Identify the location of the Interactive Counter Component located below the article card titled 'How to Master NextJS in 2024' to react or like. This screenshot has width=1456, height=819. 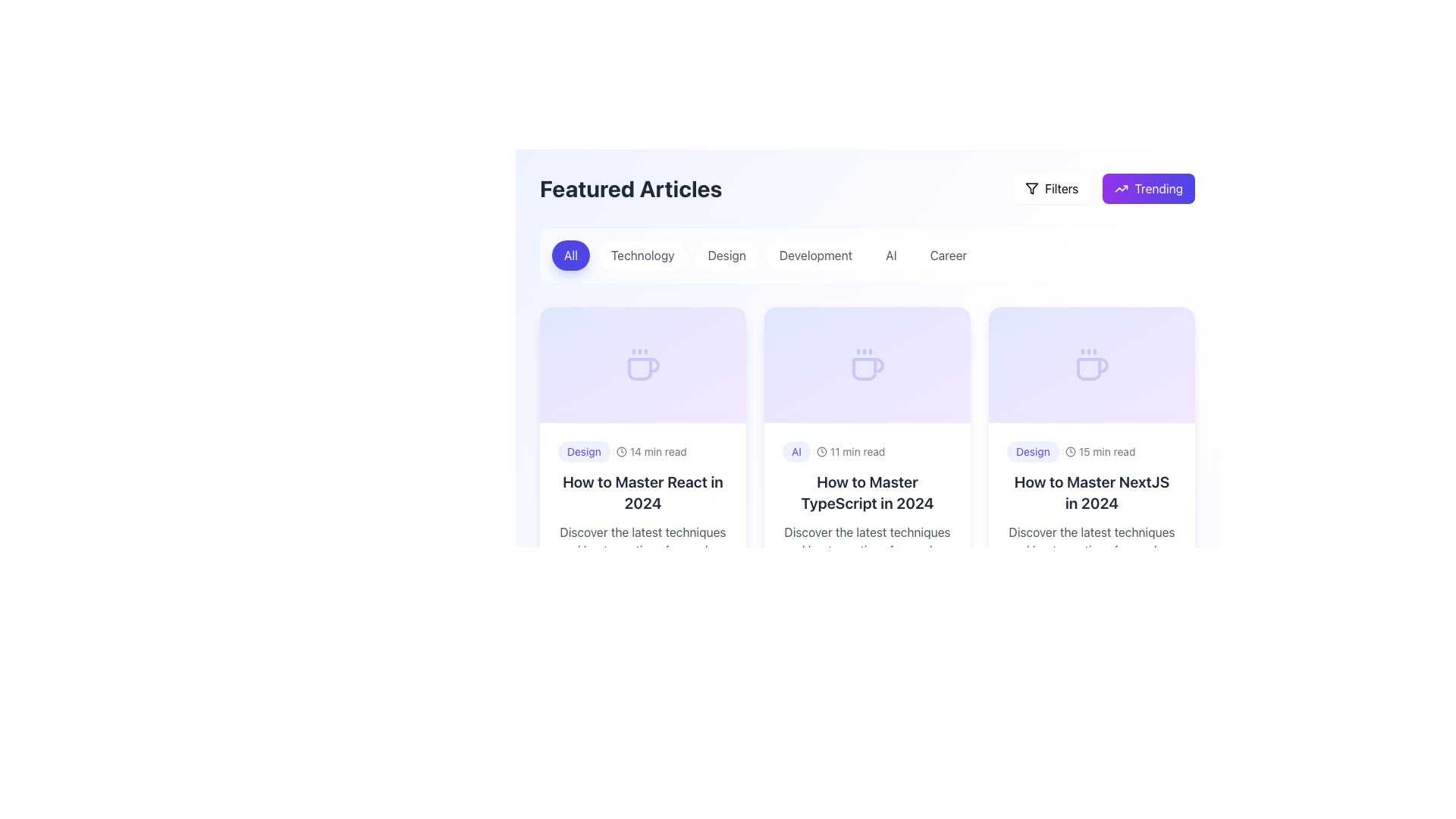
(1038, 584).